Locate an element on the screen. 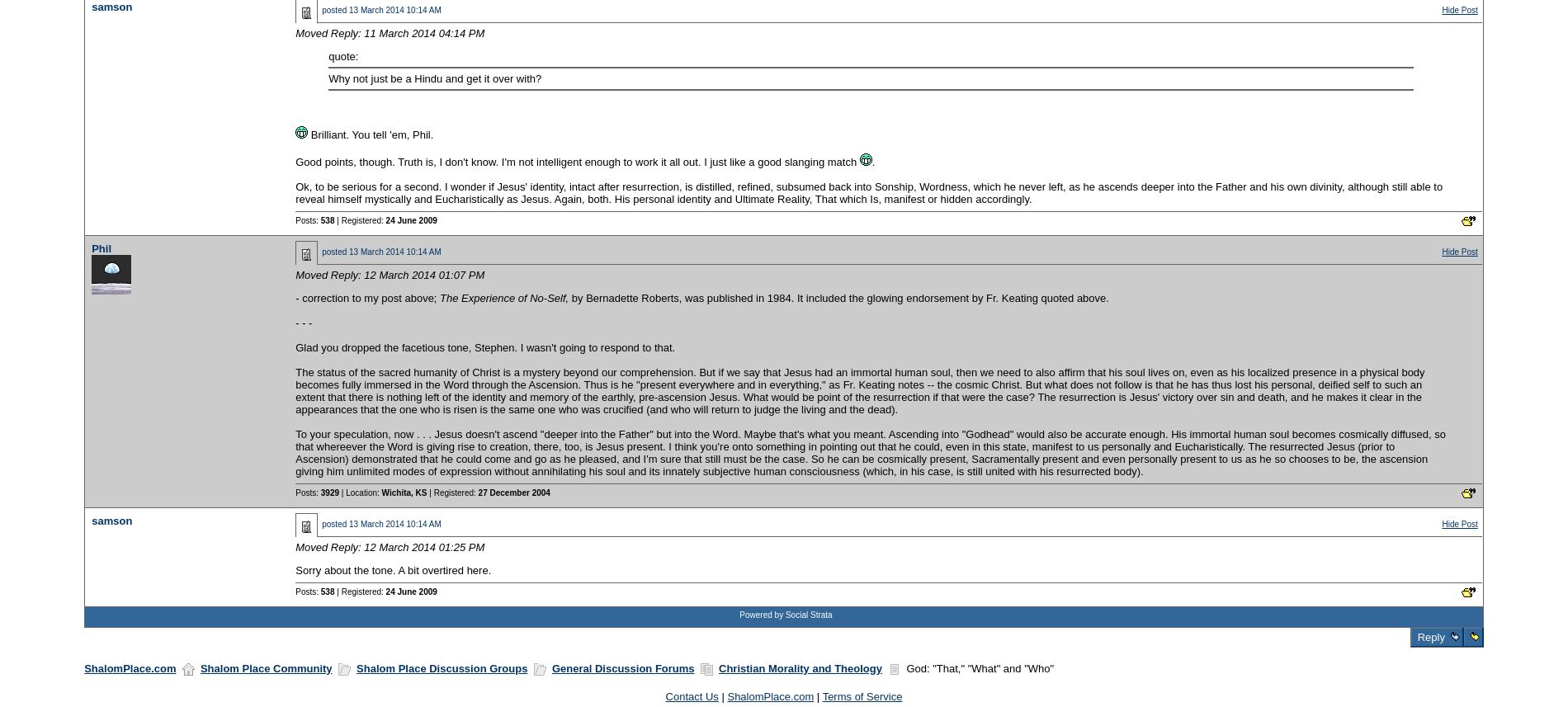 The height and width of the screenshot is (707, 1568). '.' is located at coordinates (872, 161).